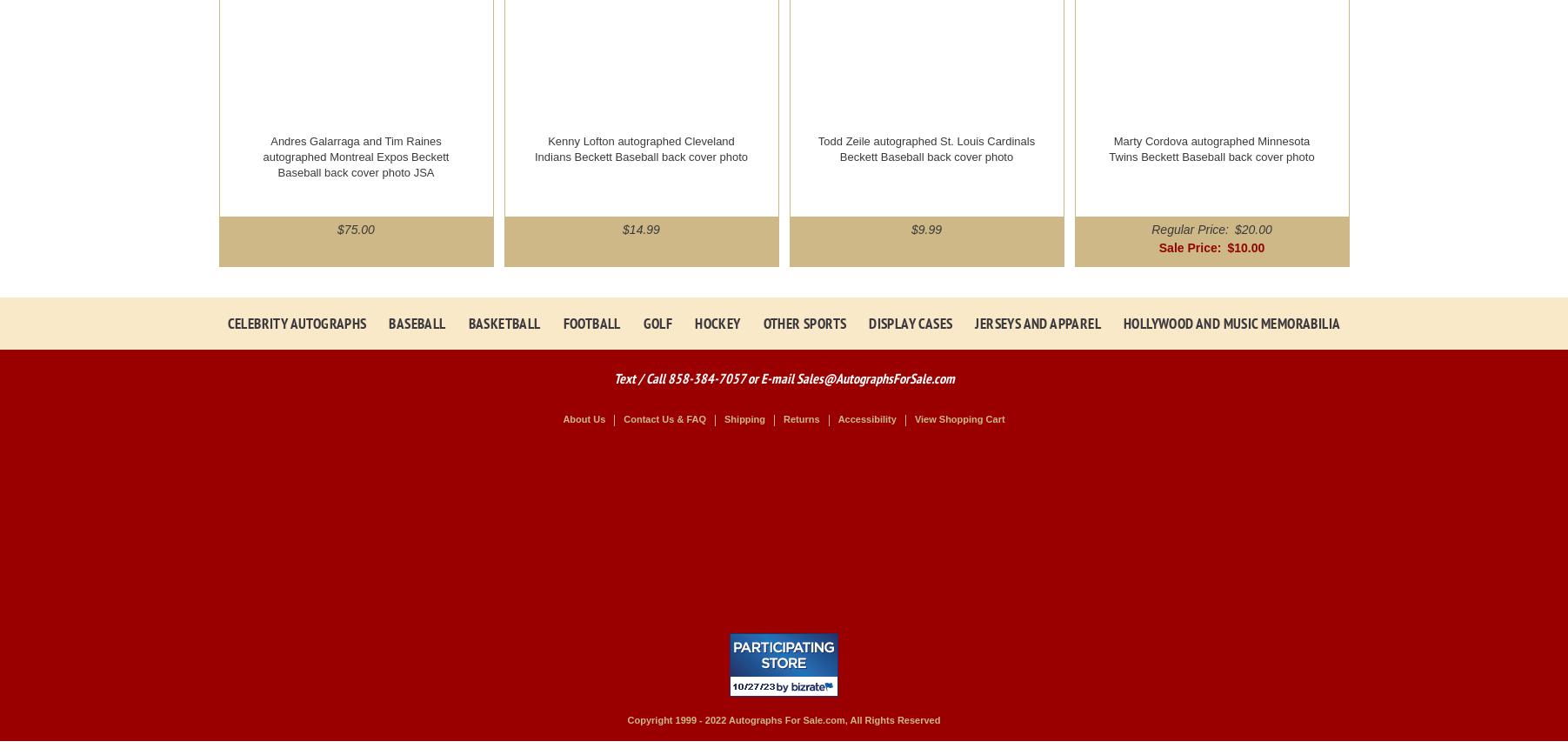 The width and height of the screenshot is (1568, 755). I want to click on '$10.00', so click(1245, 247).